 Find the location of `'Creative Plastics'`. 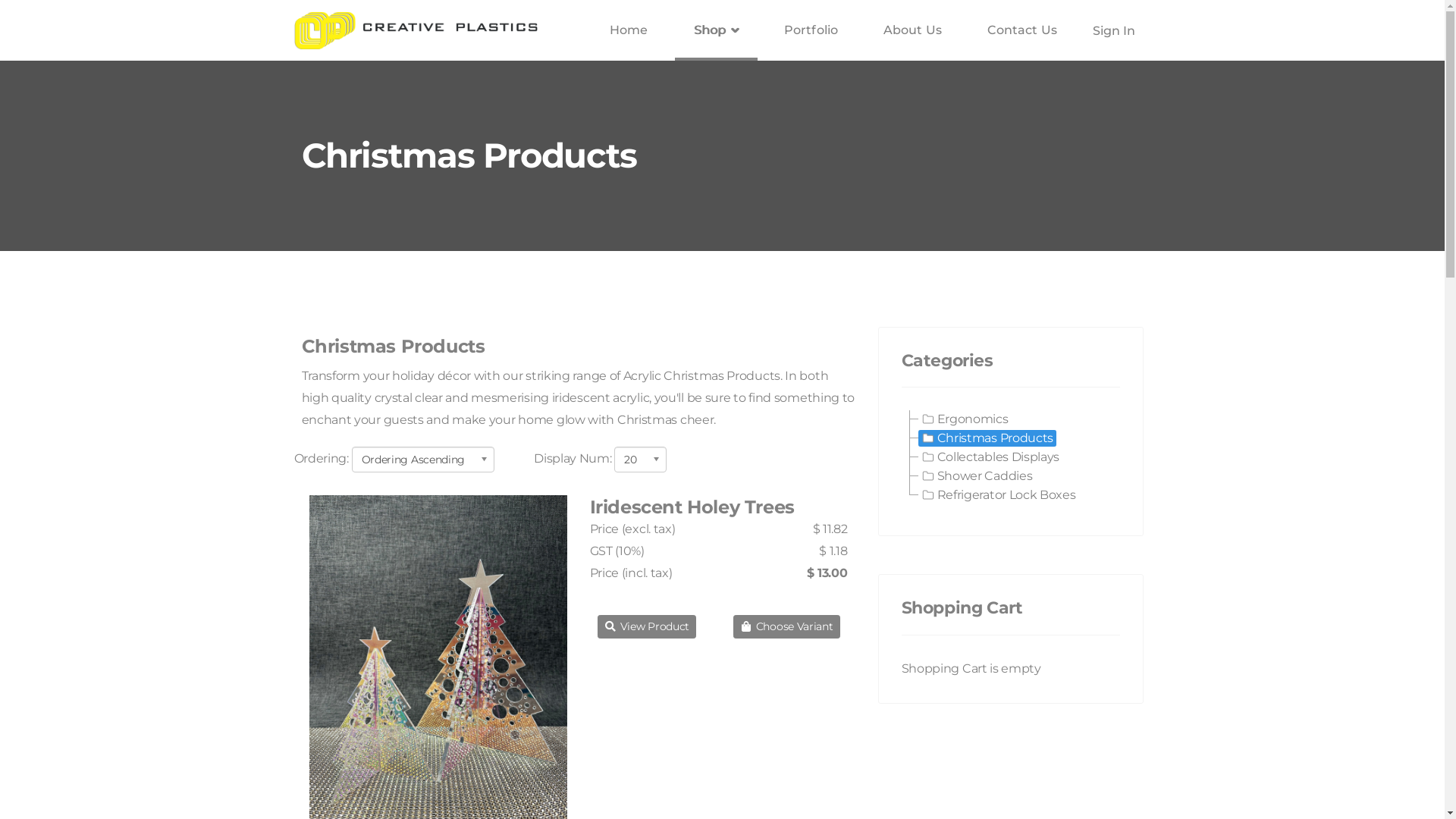

'Creative Plastics' is located at coordinates (416, 30).